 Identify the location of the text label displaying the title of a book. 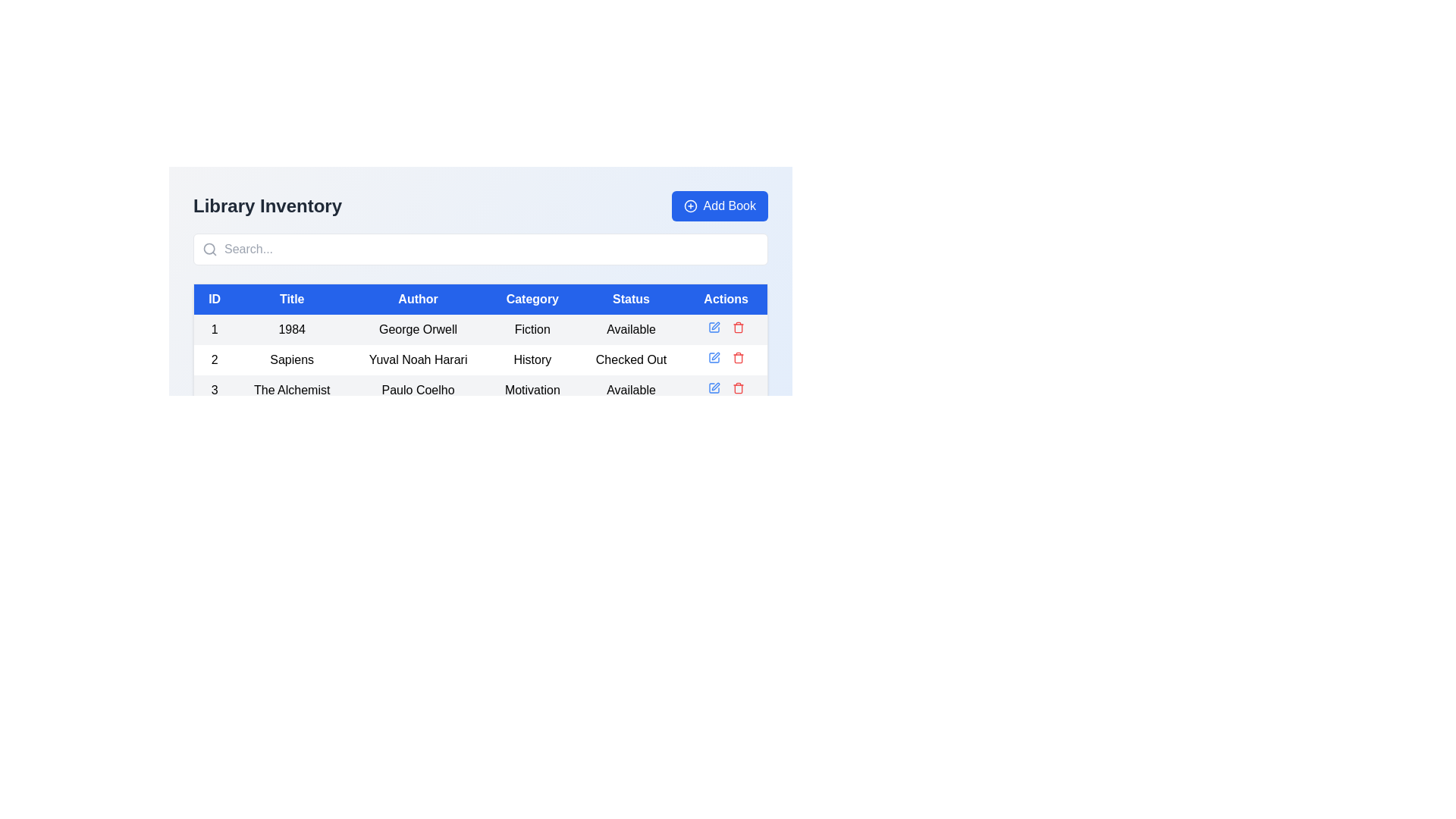
(292, 329).